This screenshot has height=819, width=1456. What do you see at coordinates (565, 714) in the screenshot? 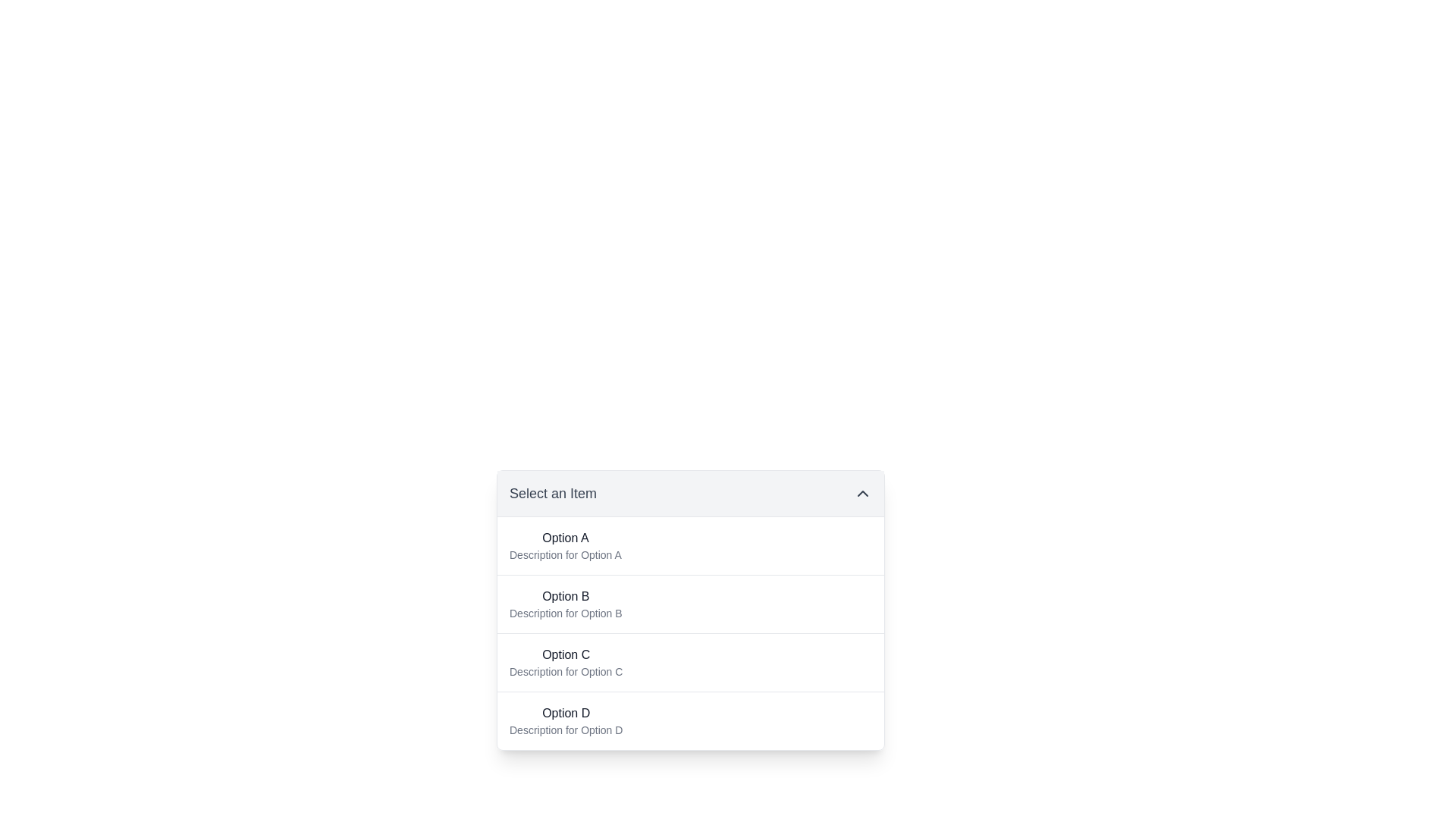
I see `the label for 'Option D' within the dropdown menu, which is located below 'Option C' and its description` at bounding box center [565, 714].